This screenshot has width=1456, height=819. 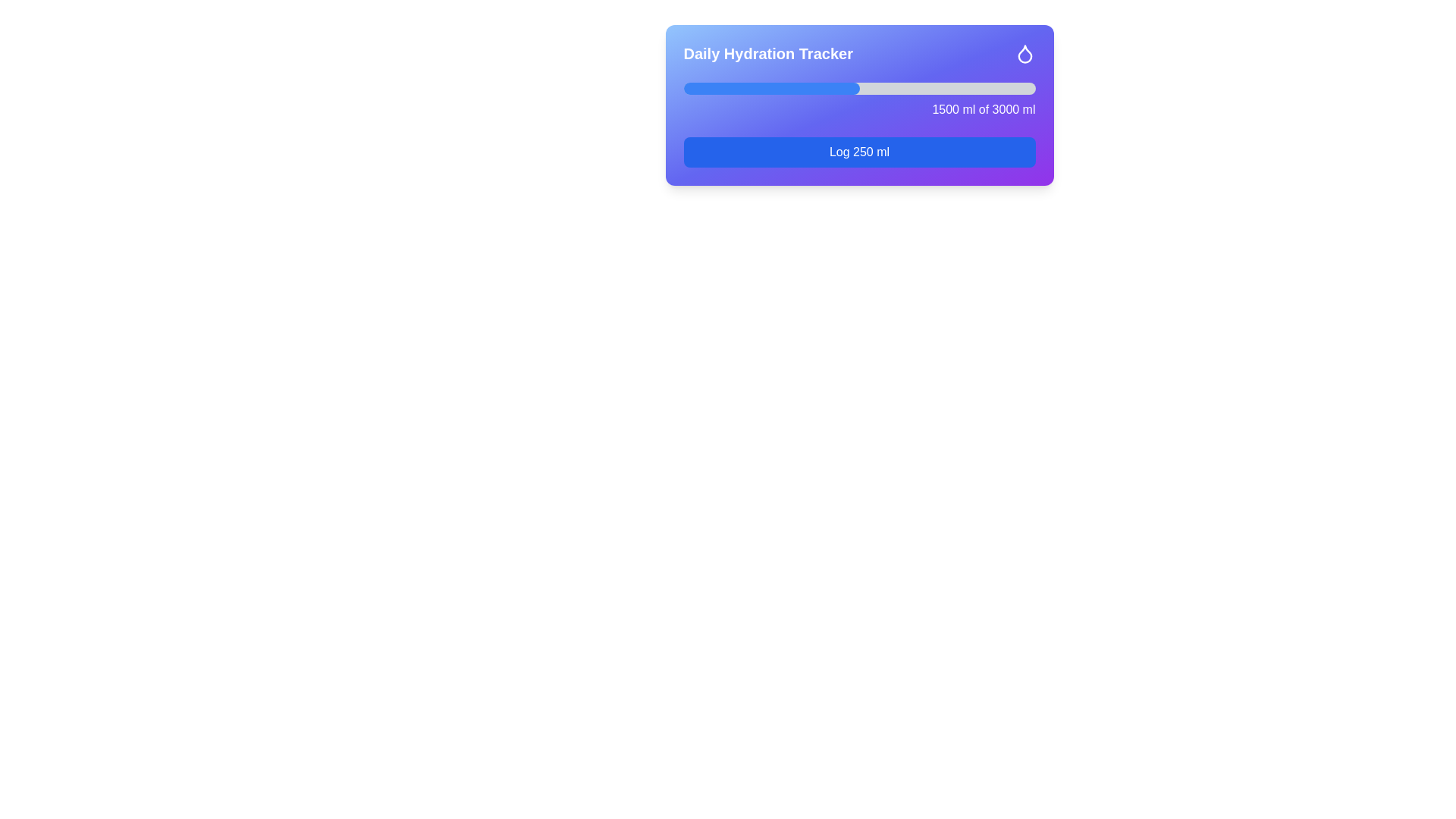 I want to click on the Progress bar fill element that indicates the current progress toward a hydration goal, which occupies the left half of the gray background bar, so click(x=771, y=88).